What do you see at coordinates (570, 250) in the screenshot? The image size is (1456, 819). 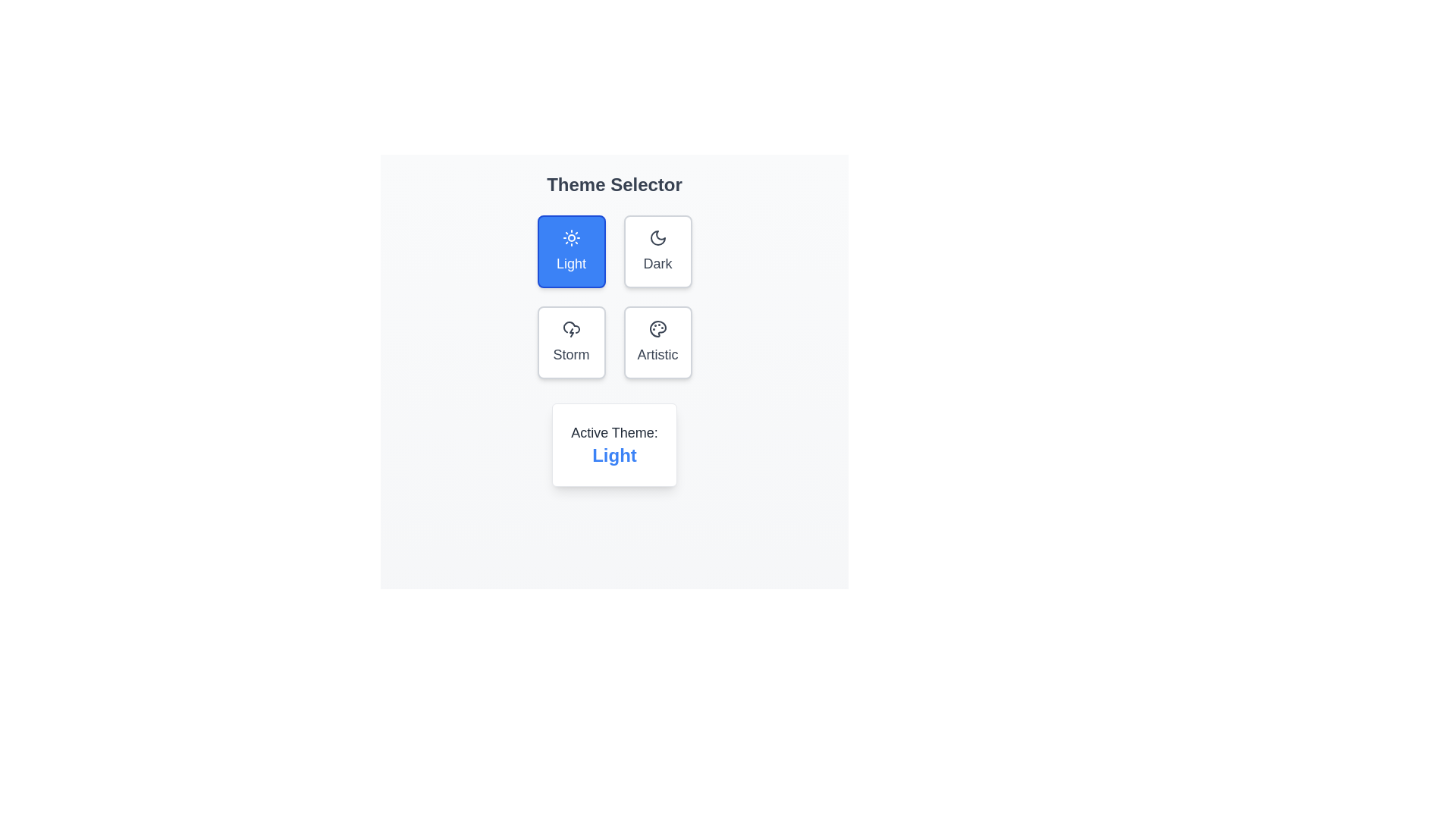 I see `the theme button labeled Light` at bounding box center [570, 250].